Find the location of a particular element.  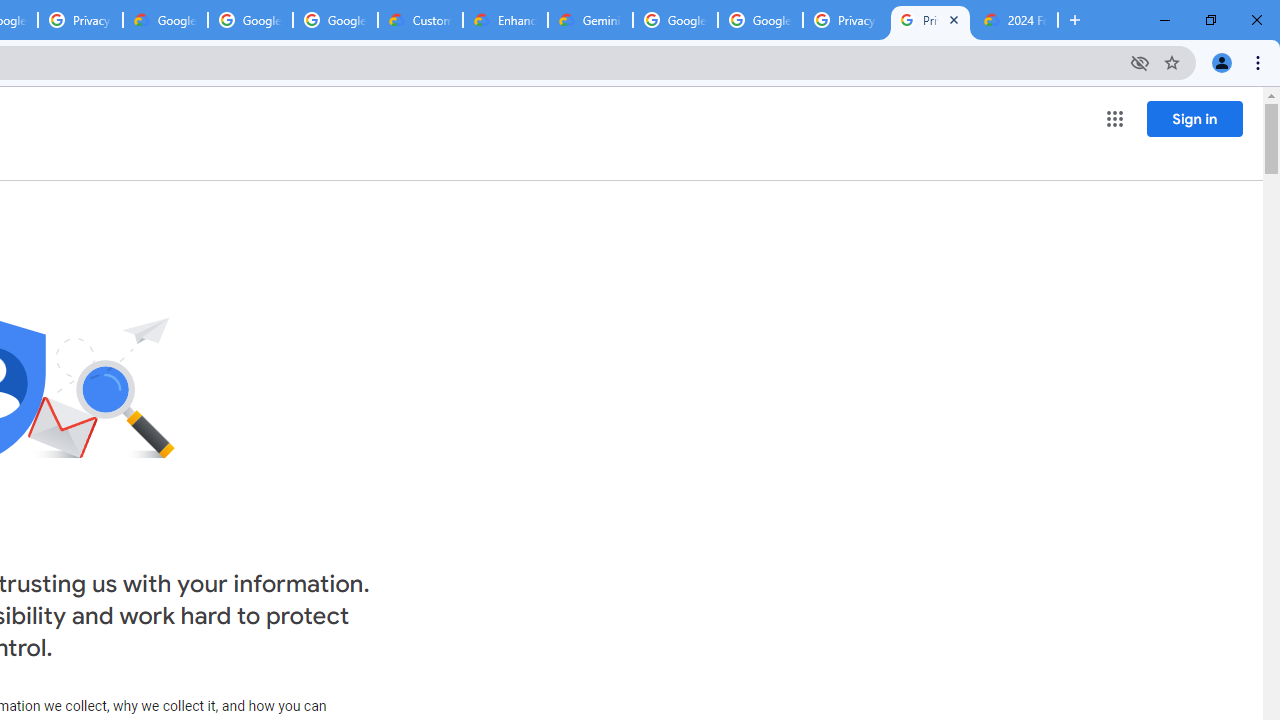

'Enhanced Support | Google Cloud' is located at coordinates (505, 20).